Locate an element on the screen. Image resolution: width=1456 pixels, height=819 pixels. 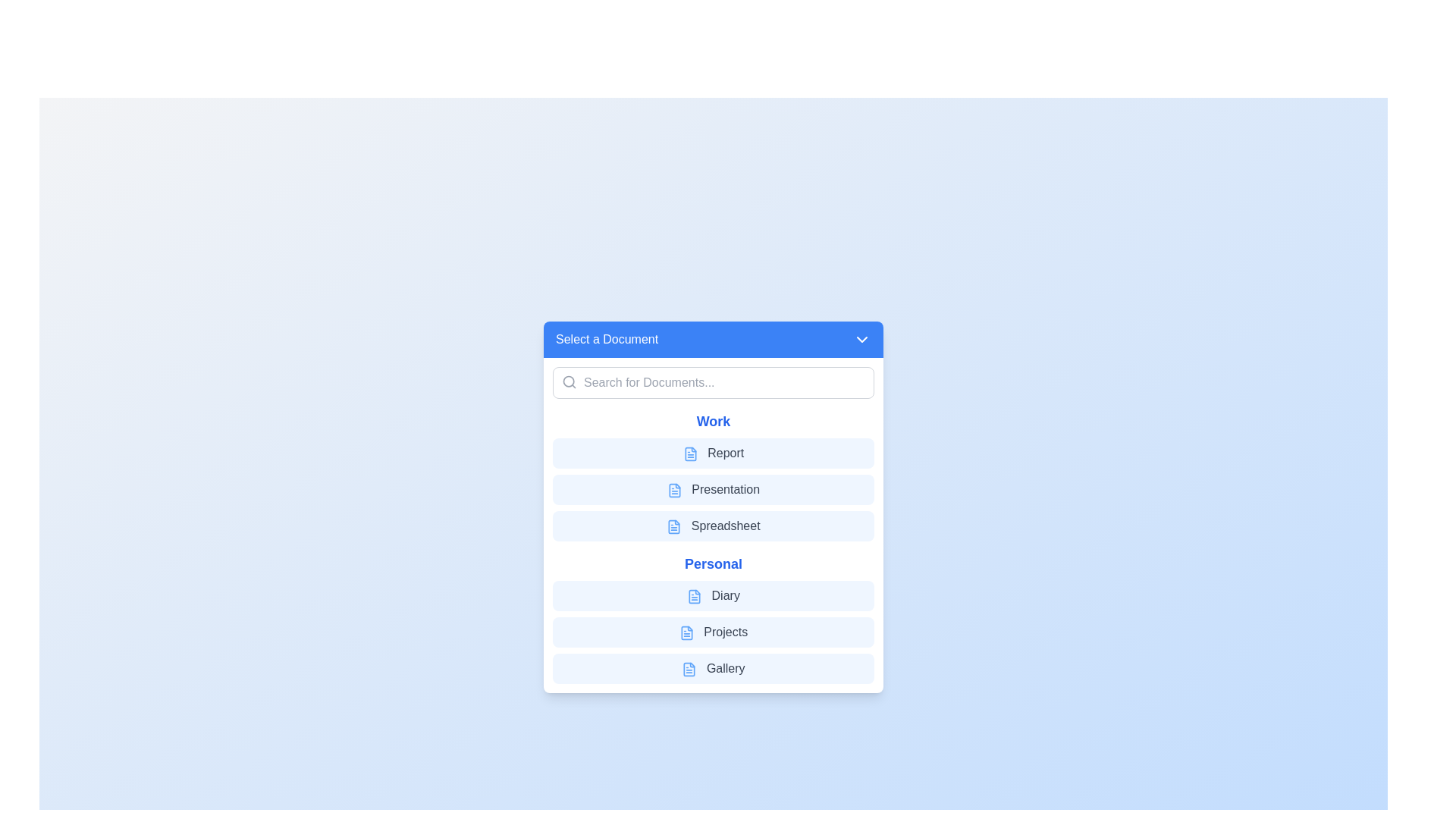
the chevron toggle icon on the far right of the 'Select a Document' header is located at coordinates (862, 338).